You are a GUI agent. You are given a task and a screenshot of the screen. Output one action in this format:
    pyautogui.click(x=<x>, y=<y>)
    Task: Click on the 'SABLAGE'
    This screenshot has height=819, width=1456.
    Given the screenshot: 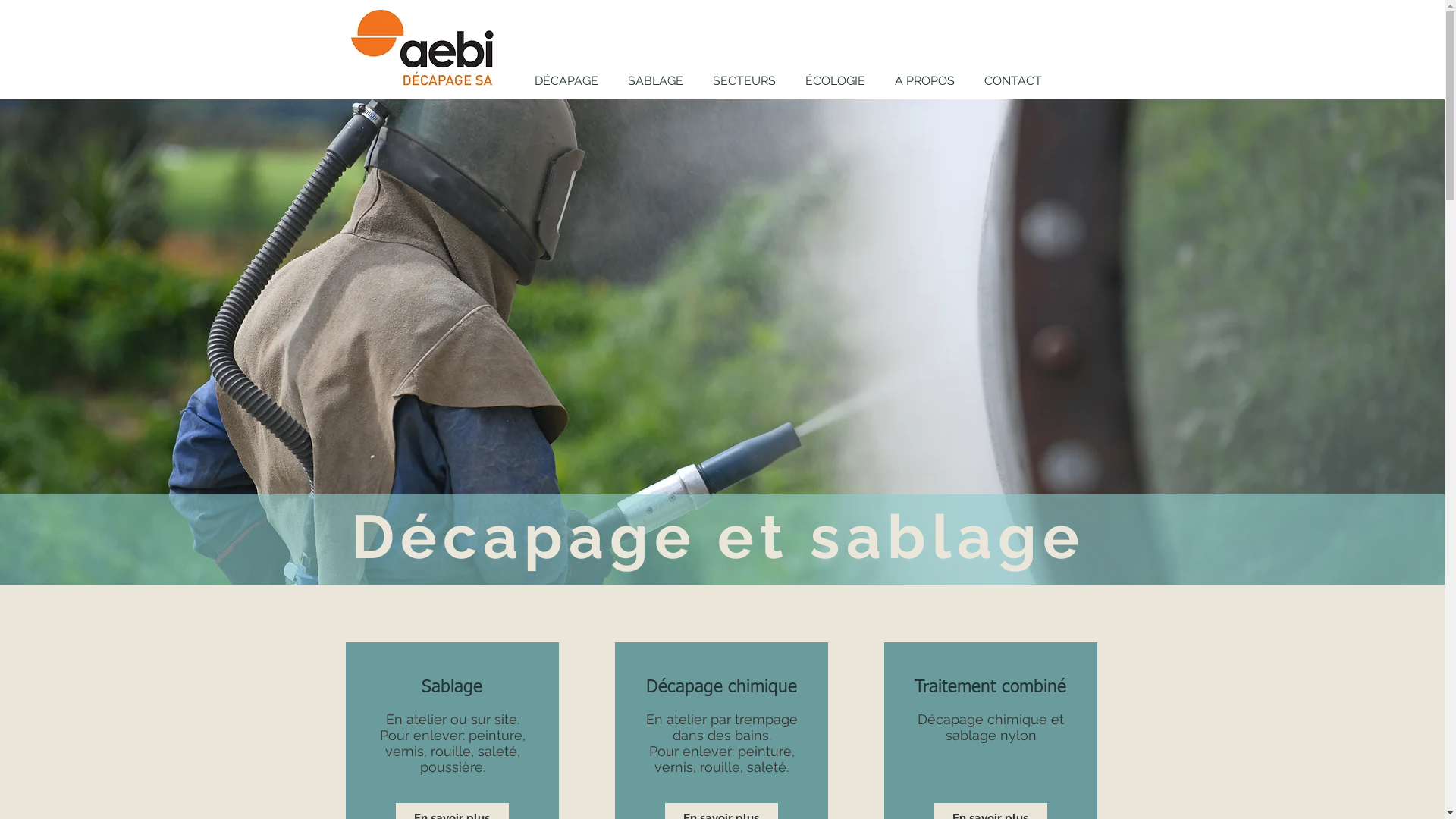 What is the action you would take?
    pyautogui.click(x=655, y=81)
    